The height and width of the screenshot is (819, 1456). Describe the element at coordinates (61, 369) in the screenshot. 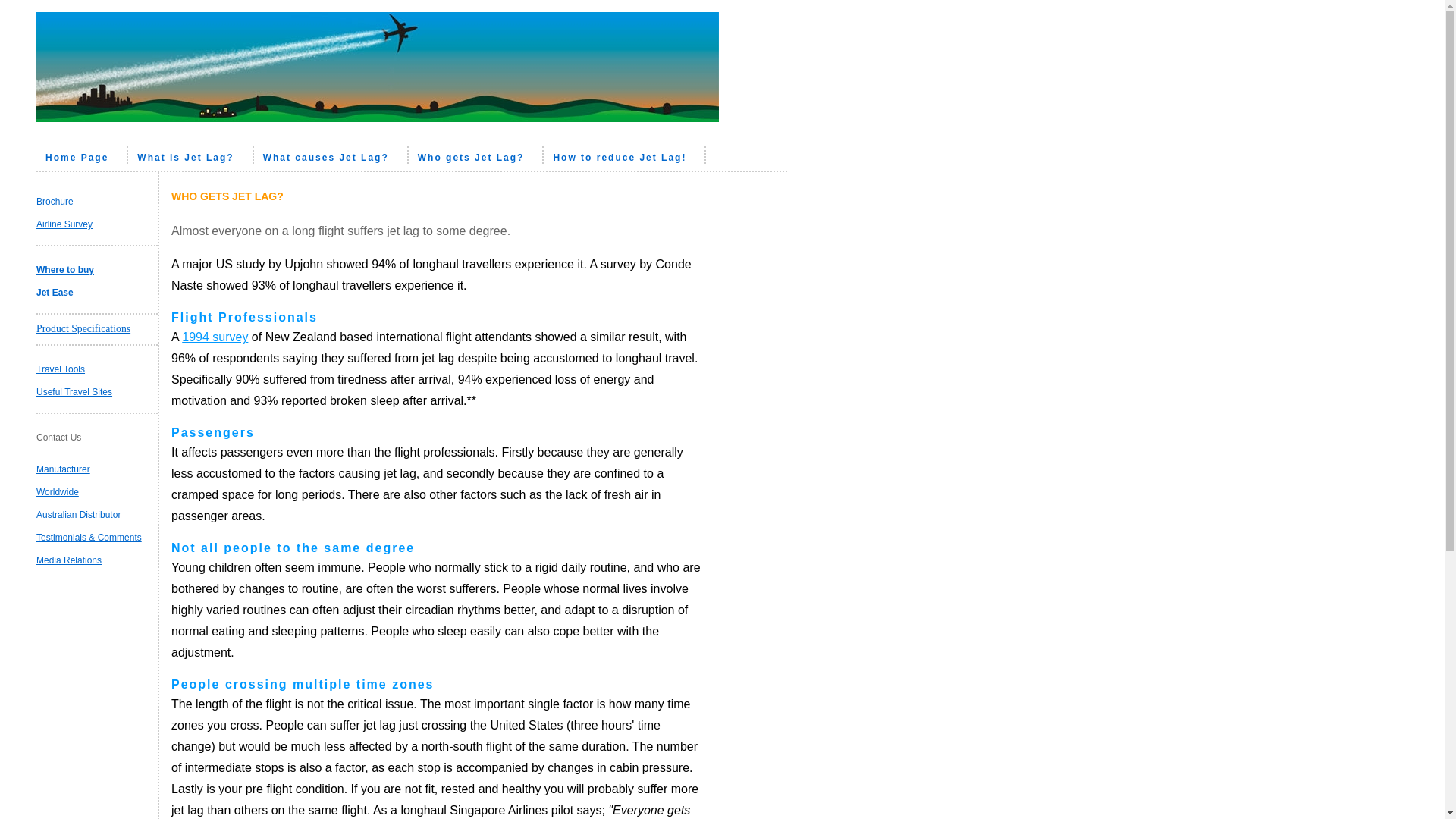

I see `'Travel Tools'` at that location.